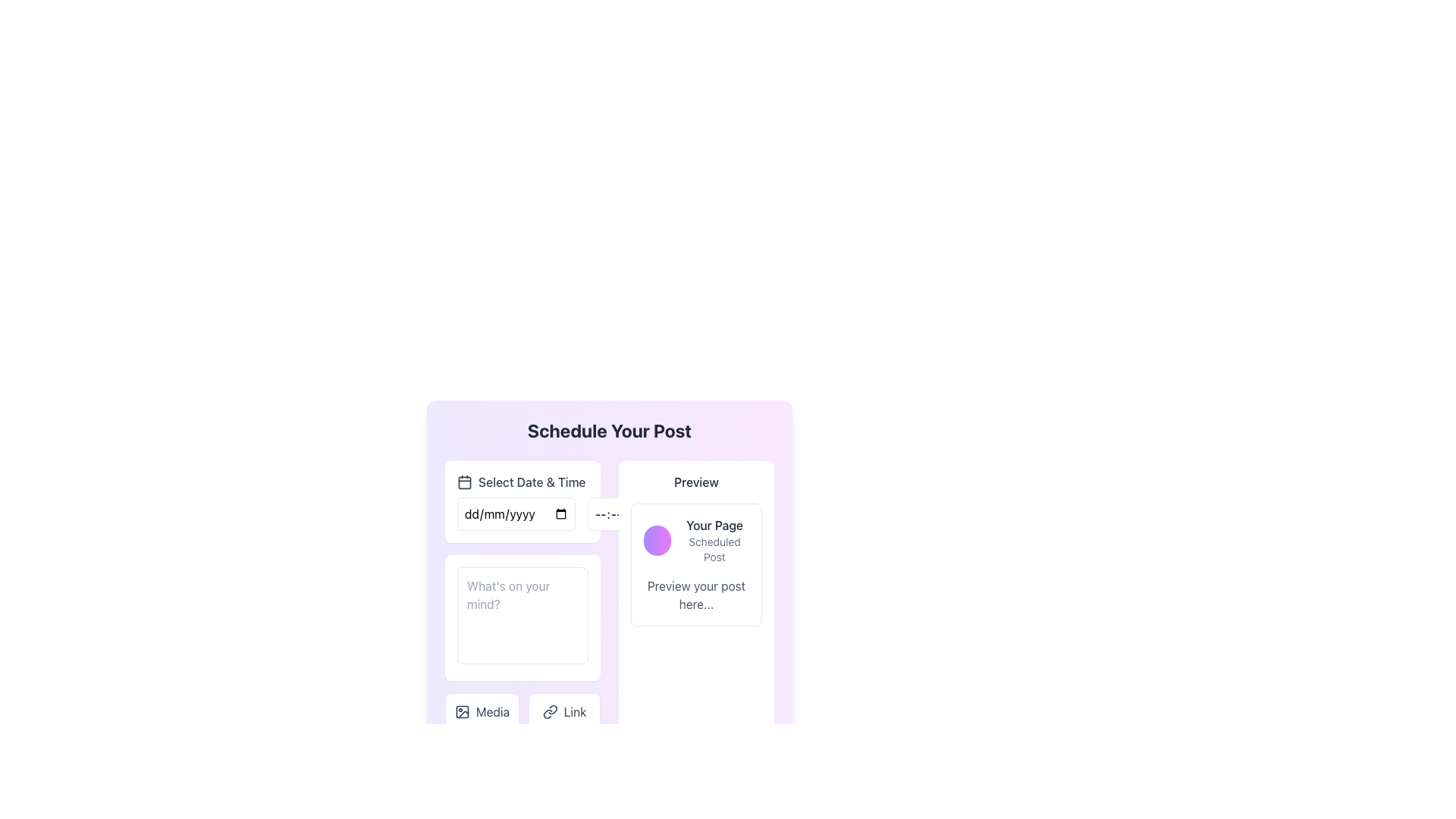 The image size is (1456, 819). Describe the element at coordinates (493, 711) in the screenshot. I see `the text label indicating media operations, positioned to the right of a small image icon` at that location.